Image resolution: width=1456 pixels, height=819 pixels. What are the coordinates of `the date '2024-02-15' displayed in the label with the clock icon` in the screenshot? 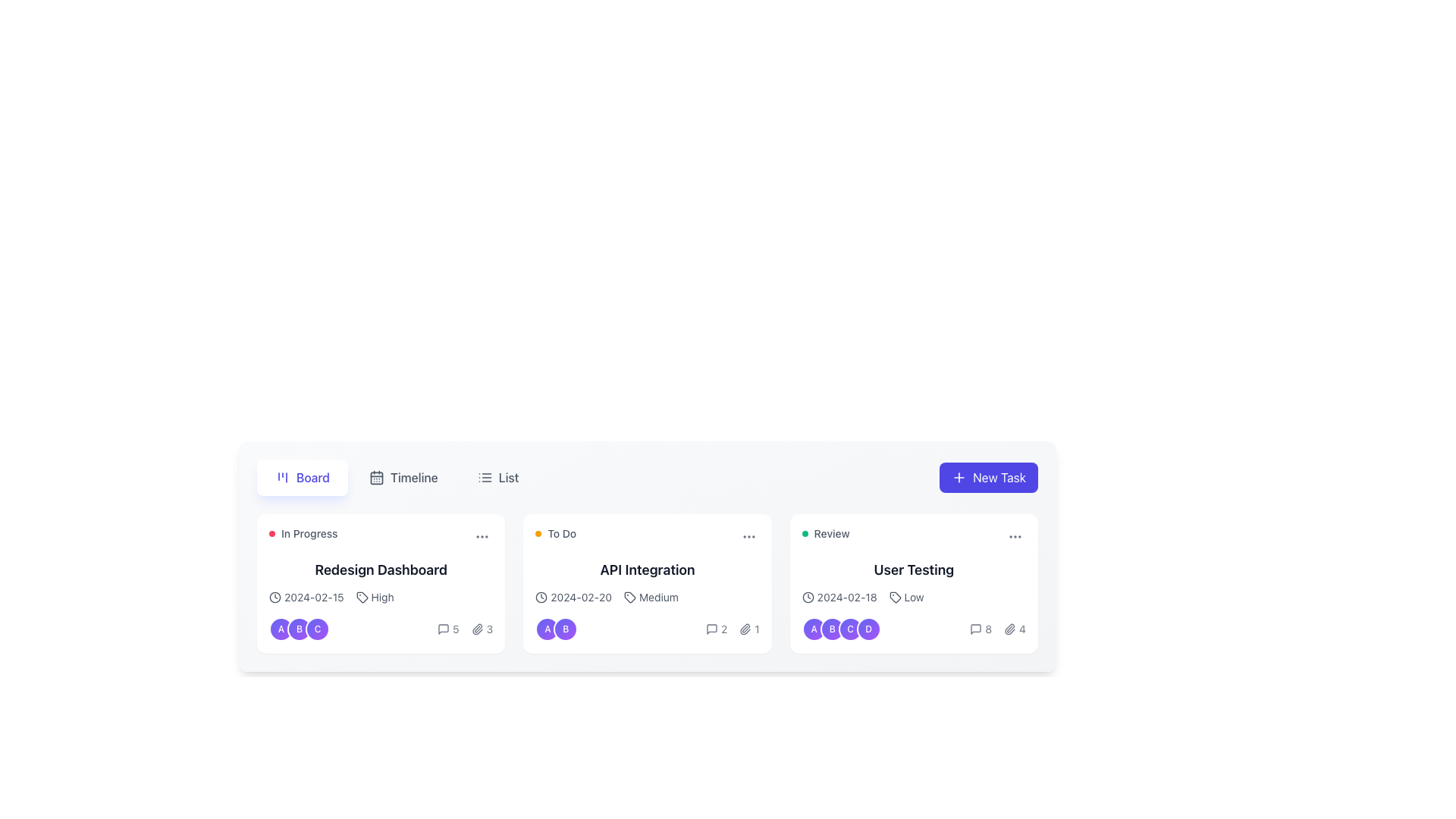 It's located at (306, 596).